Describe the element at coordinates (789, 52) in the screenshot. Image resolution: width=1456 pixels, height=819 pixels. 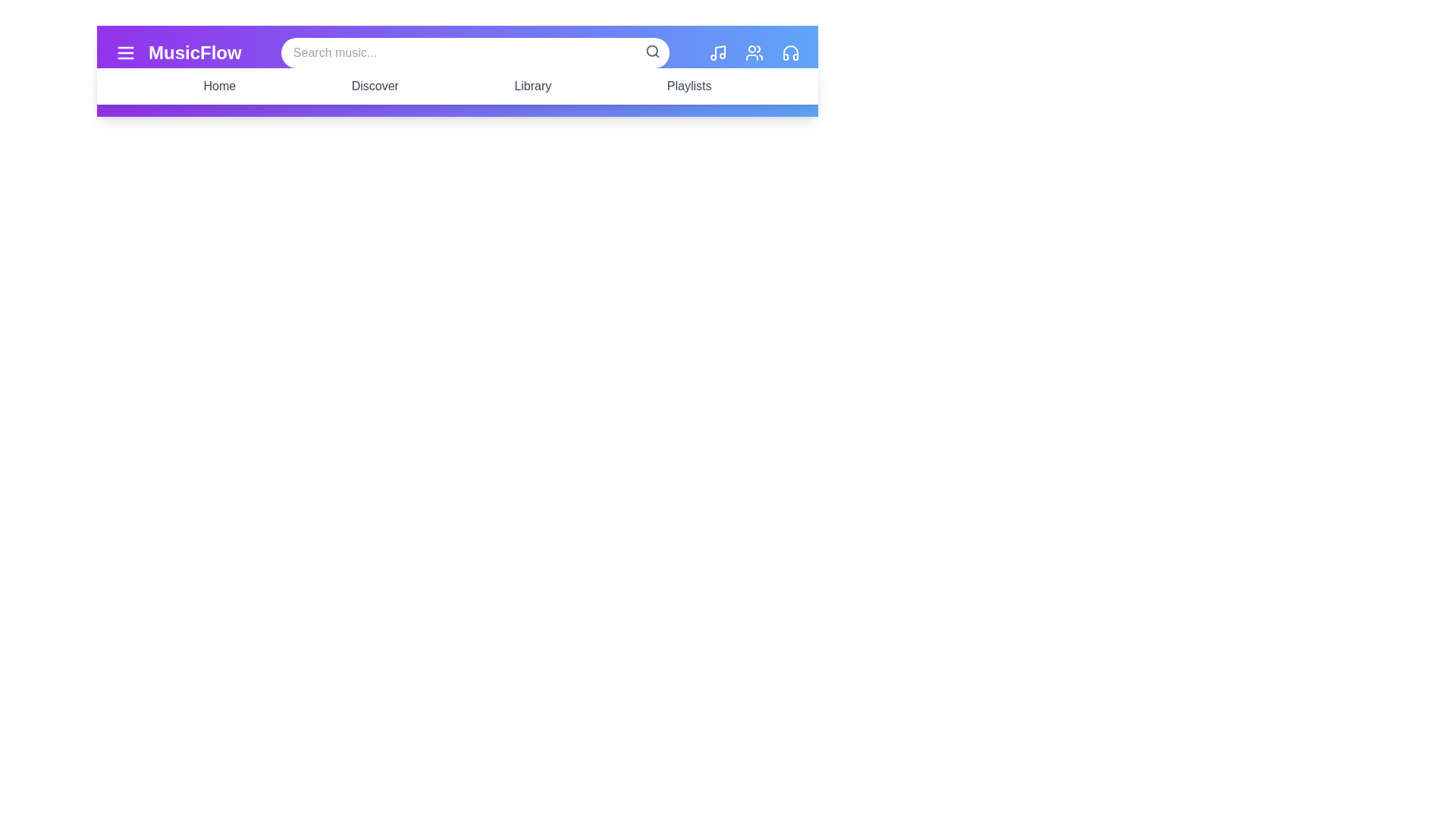
I see `the Headphones navigation icon` at that location.